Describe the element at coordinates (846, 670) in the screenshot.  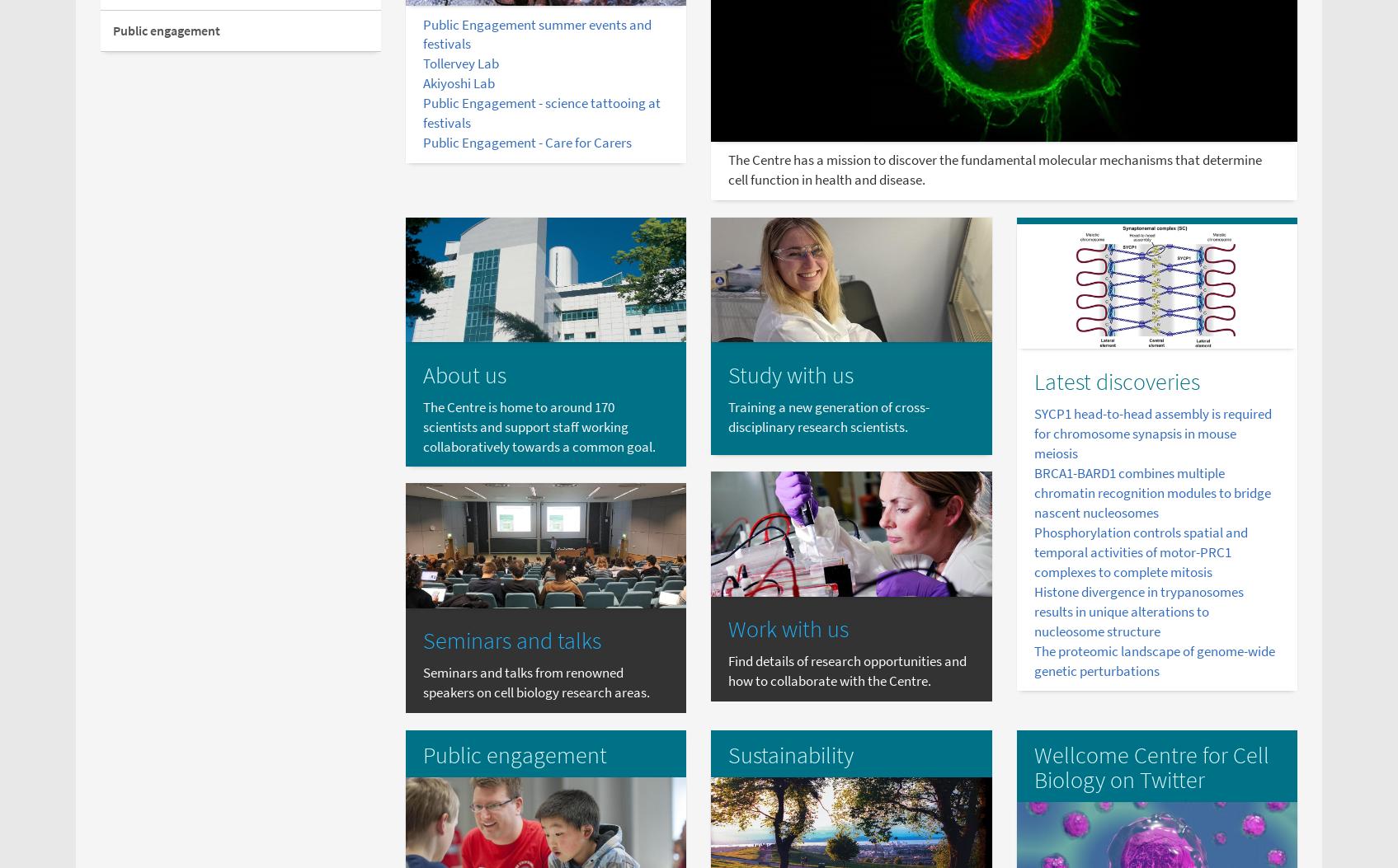
I see `'Find details of research opportunities and how to collaborate with the Centre.'` at that location.